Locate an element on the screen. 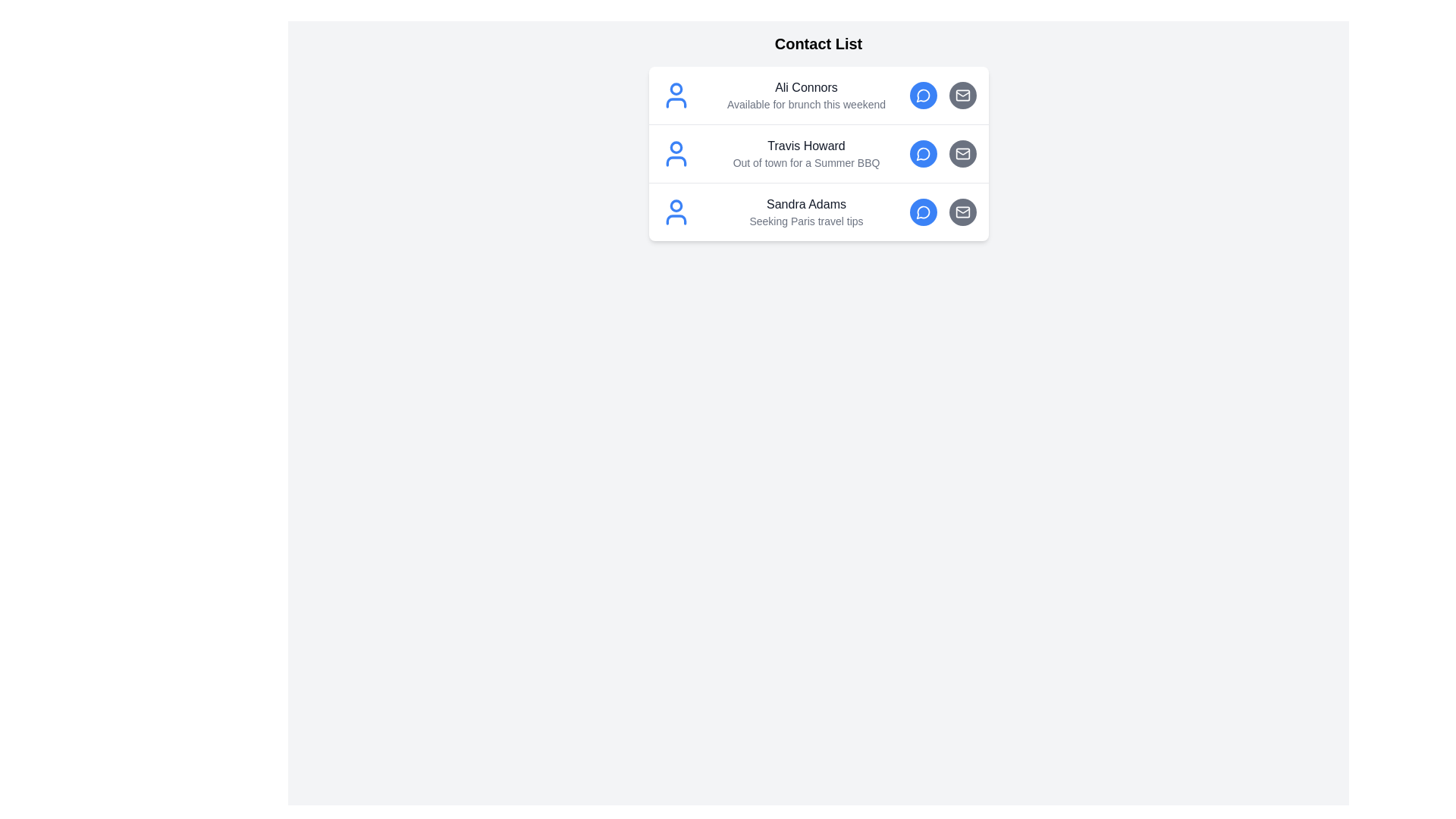  the user profile vector icon, which is a blue outline of a person's head and shoulders, located to the left of the text 'Travis Howard' in the contact list is located at coordinates (675, 154).